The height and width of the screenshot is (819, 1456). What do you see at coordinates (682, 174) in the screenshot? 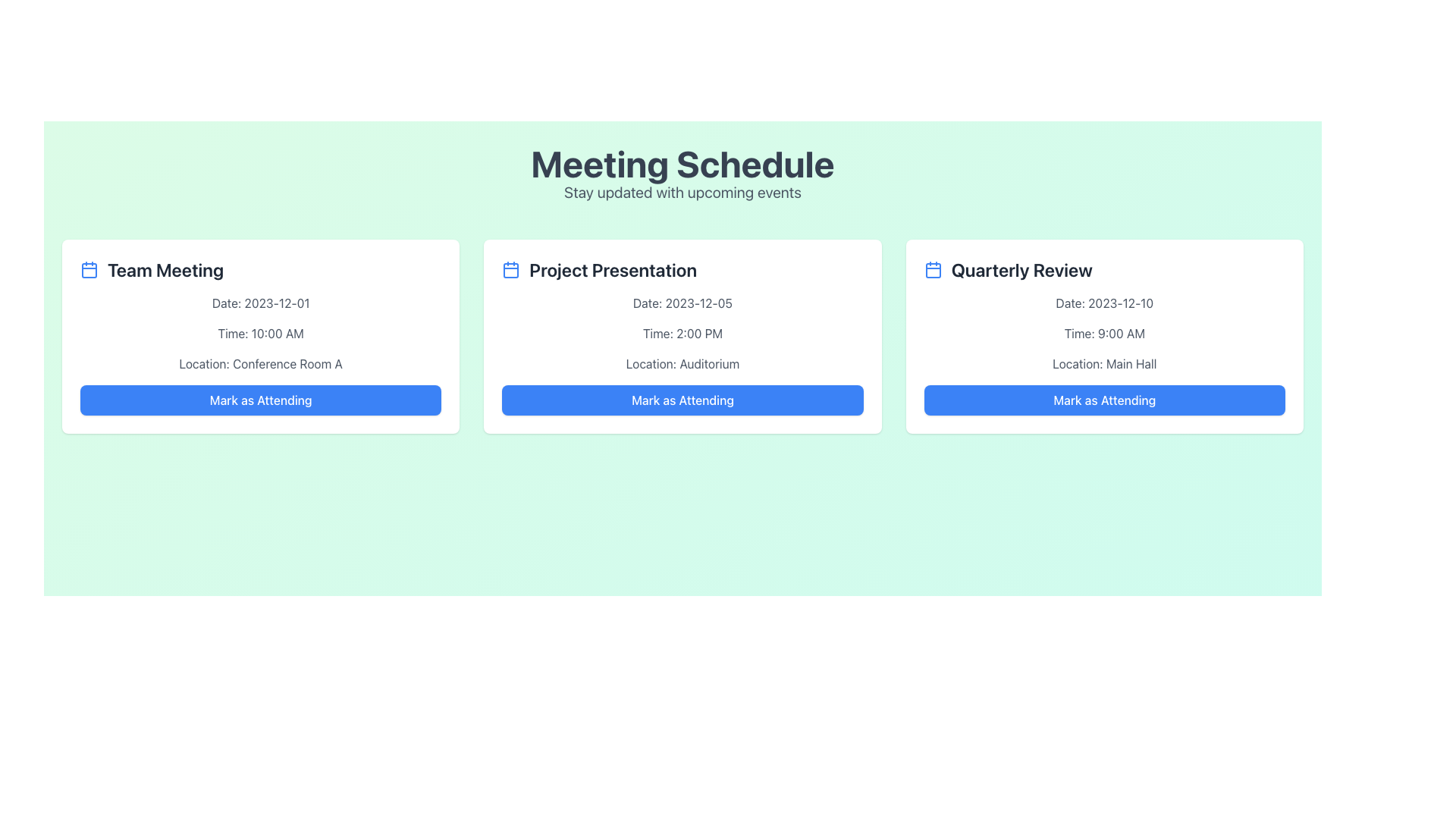
I see `the Text Block titled 'Meeting Schedule', which prominently displays the first line in a large, bold font and a subtitle underneath` at bounding box center [682, 174].